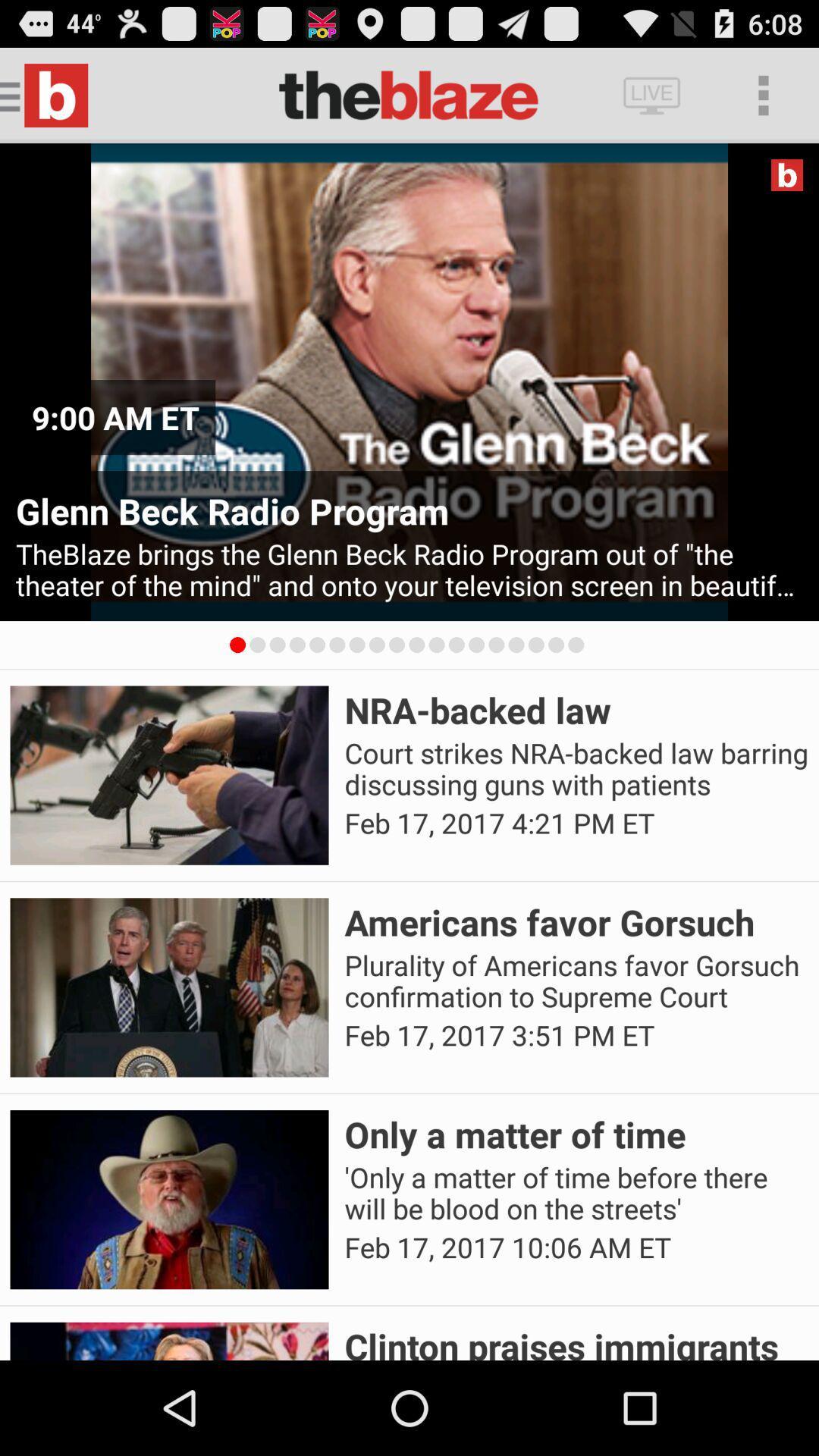  What do you see at coordinates (576, 981) in the screenshot?
I see `plurality of americans item` at bounding box center [576, 981].